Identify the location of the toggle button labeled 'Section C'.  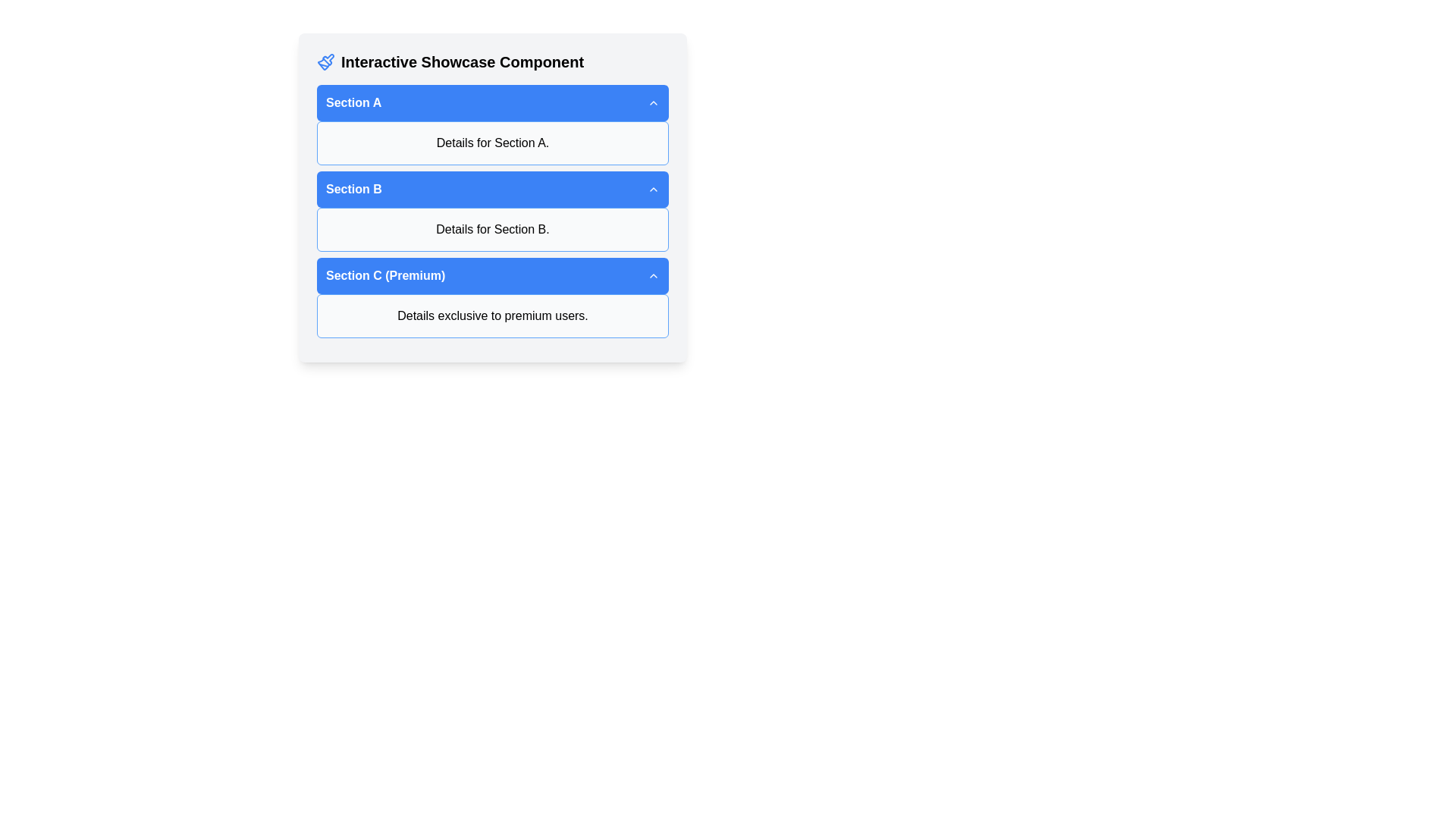
(492, 275).